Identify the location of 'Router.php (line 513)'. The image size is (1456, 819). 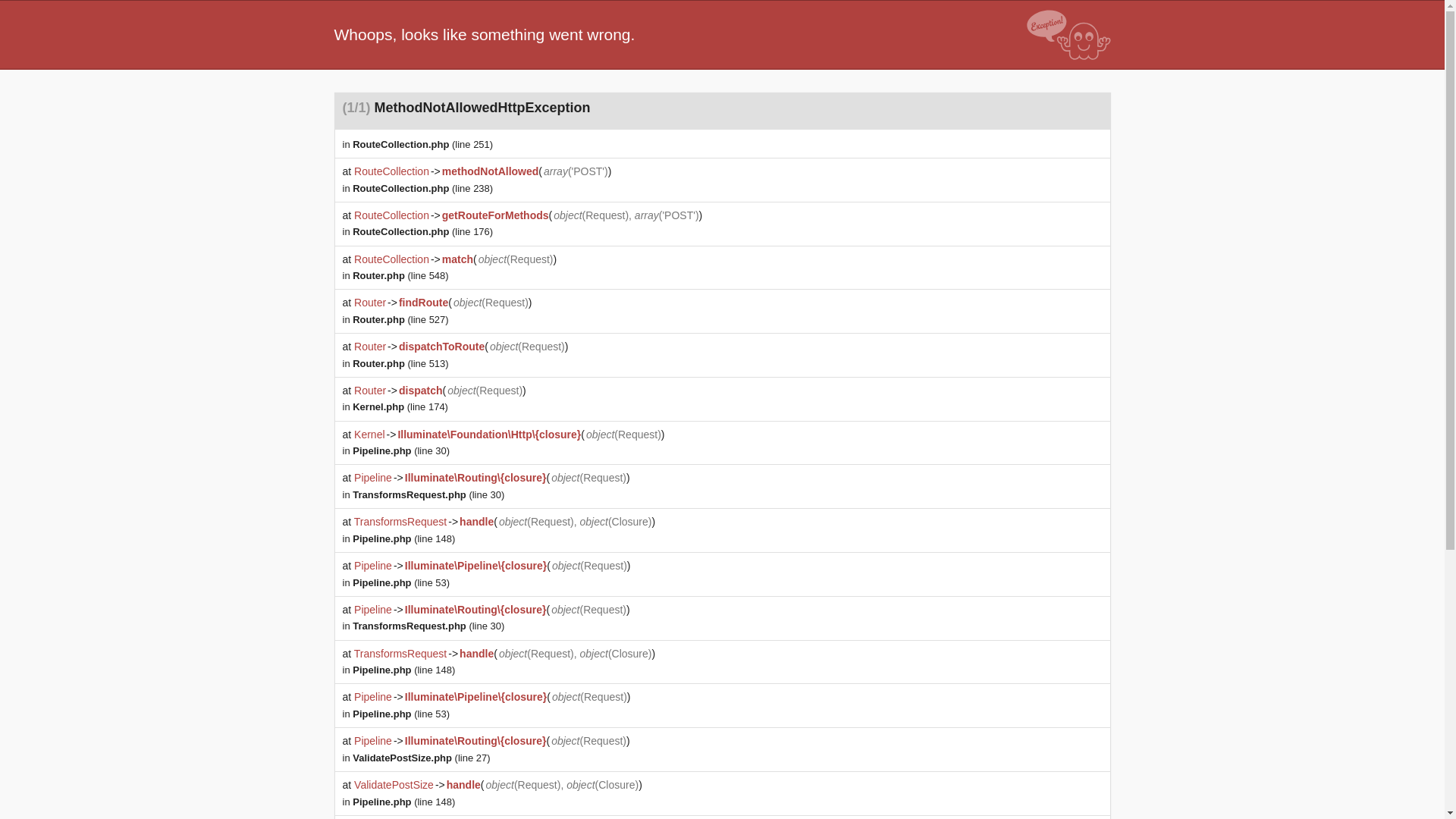
(400, 363).